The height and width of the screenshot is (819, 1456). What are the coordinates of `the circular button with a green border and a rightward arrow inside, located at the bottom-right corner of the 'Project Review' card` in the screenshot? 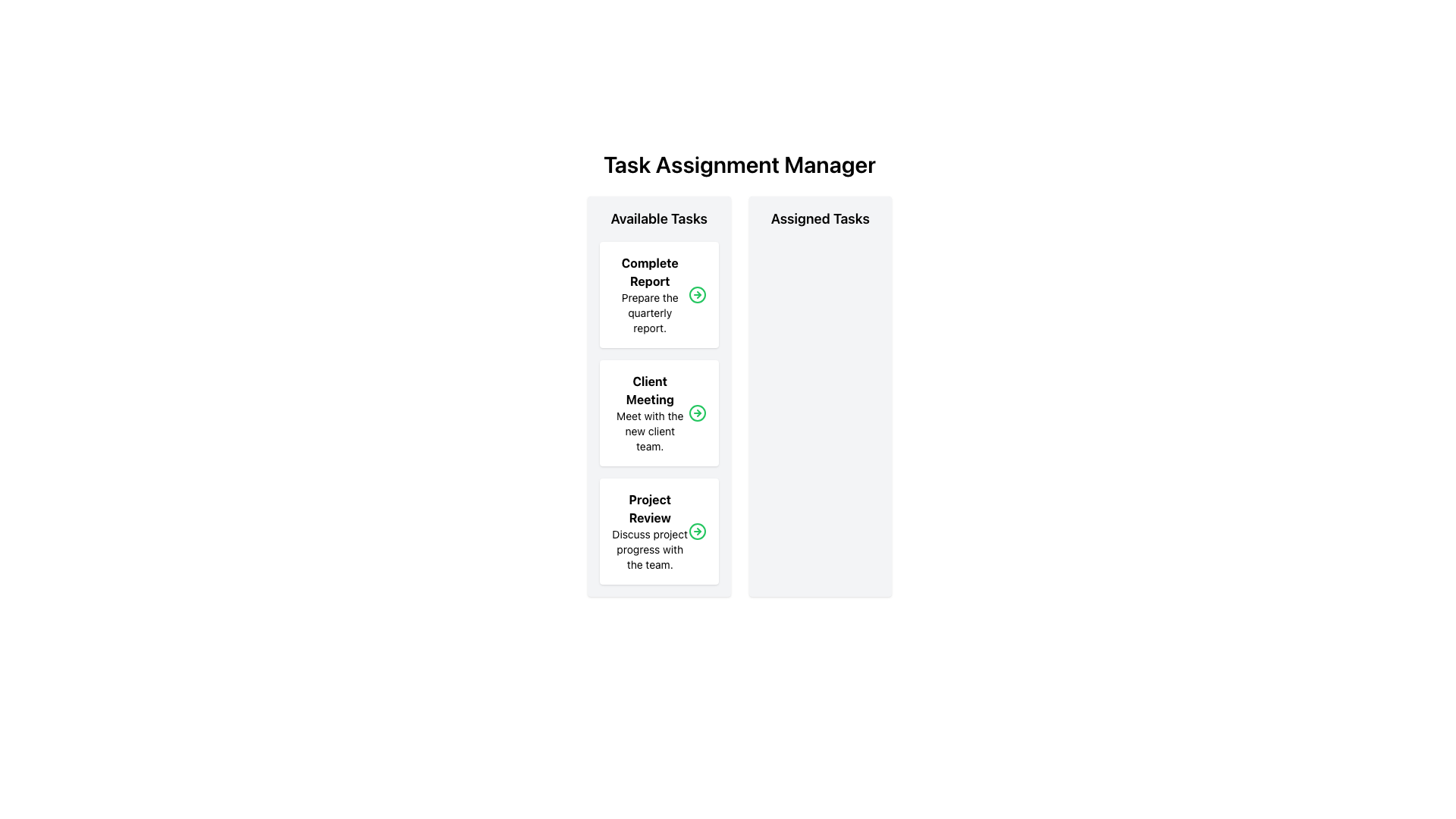 It's located at (696, 531).